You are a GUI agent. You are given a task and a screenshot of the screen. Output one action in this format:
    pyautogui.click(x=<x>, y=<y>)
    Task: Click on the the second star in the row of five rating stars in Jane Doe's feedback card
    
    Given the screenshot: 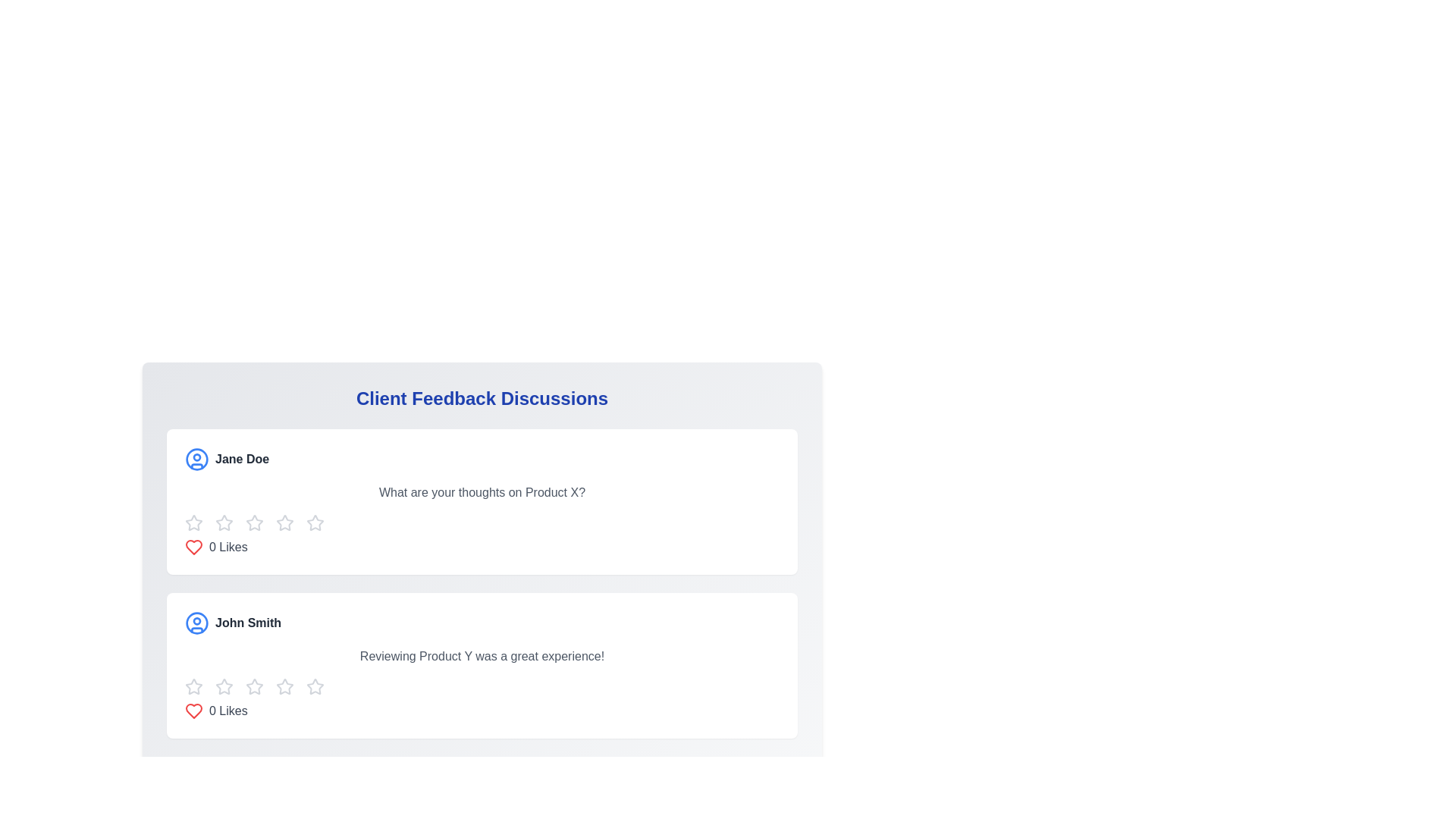 What is the action you would take?
    pyautogui.click(x=224, y=522)
    